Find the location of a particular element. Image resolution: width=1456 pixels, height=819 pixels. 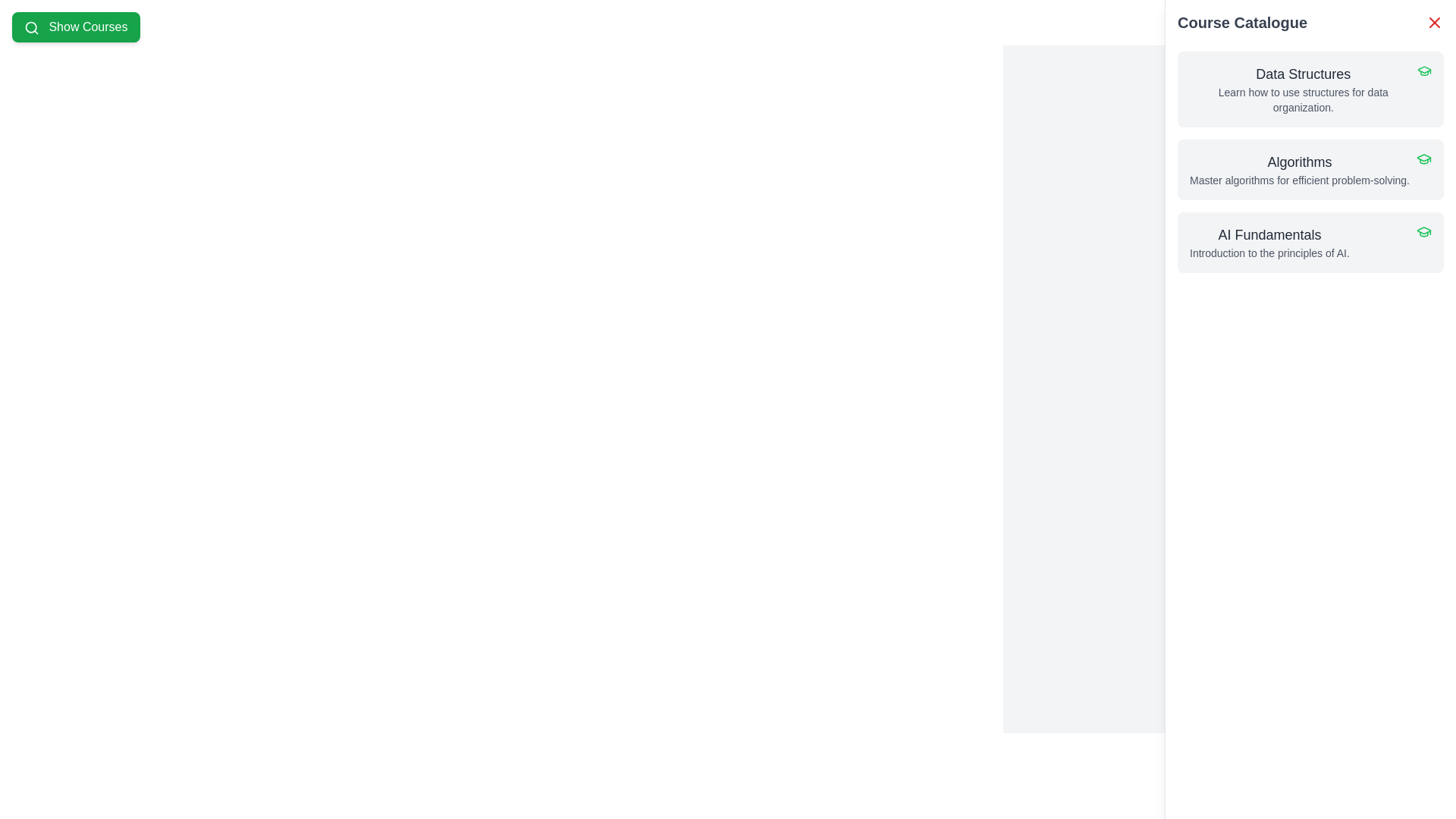

the green graduation cap icon located to the right of the 'AI Fundamentals' section in the course list is located at coordinates (1423, 231).